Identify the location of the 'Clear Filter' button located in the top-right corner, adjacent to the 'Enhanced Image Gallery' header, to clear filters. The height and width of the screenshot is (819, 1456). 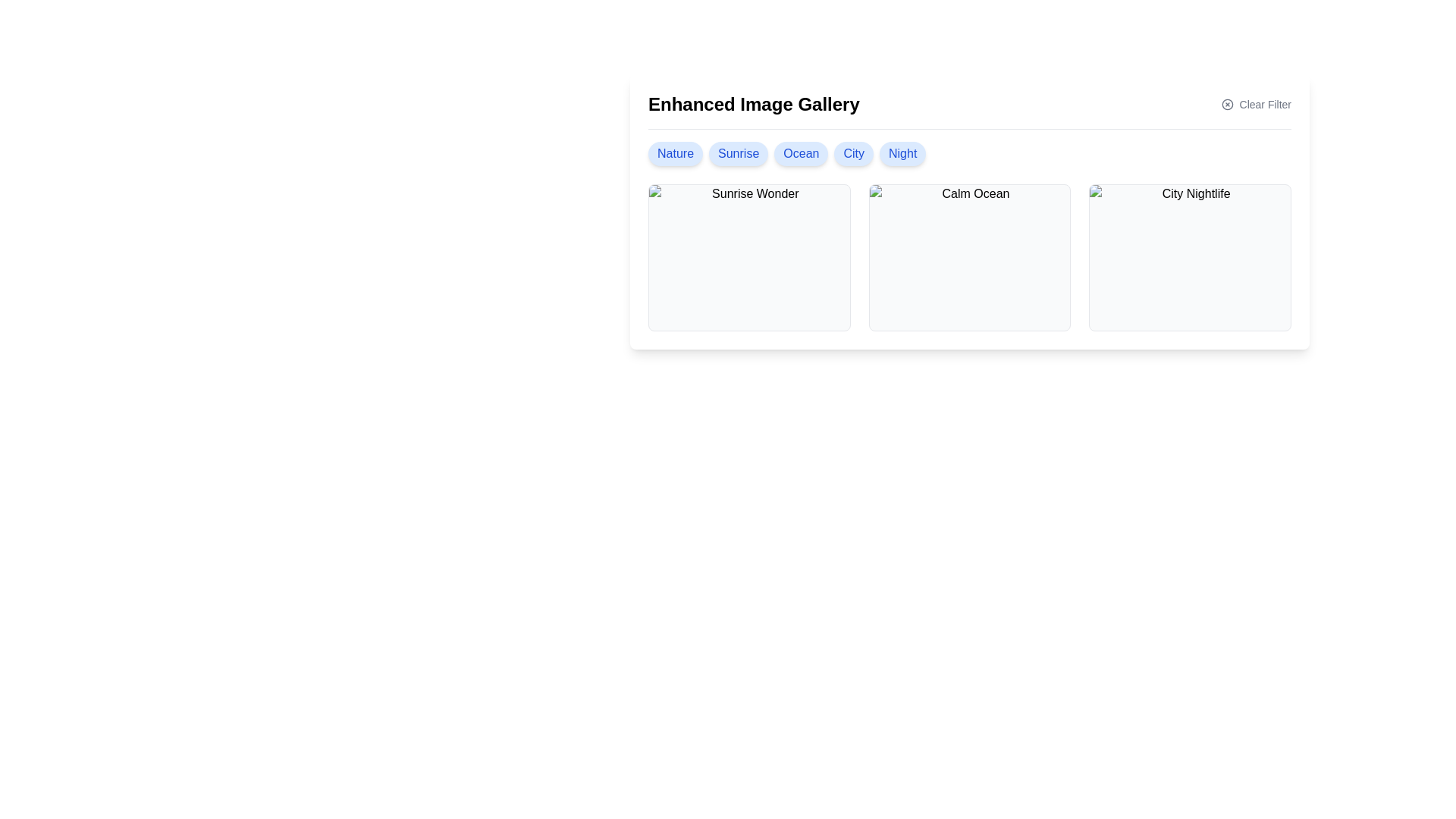
(1256, 104).